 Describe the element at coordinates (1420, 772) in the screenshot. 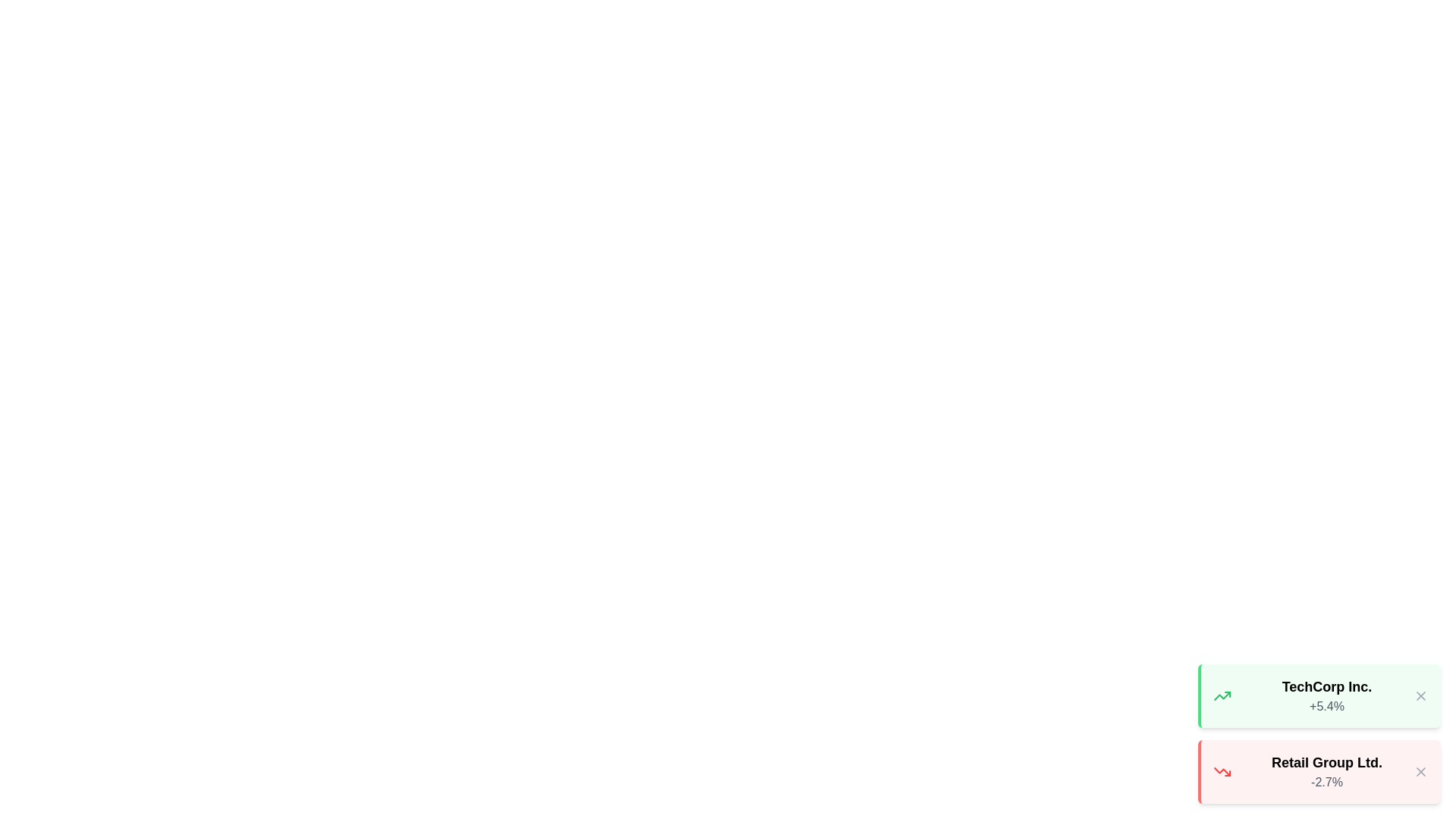

I see `the close button of the notification for Retail Group Ltd` at that location.